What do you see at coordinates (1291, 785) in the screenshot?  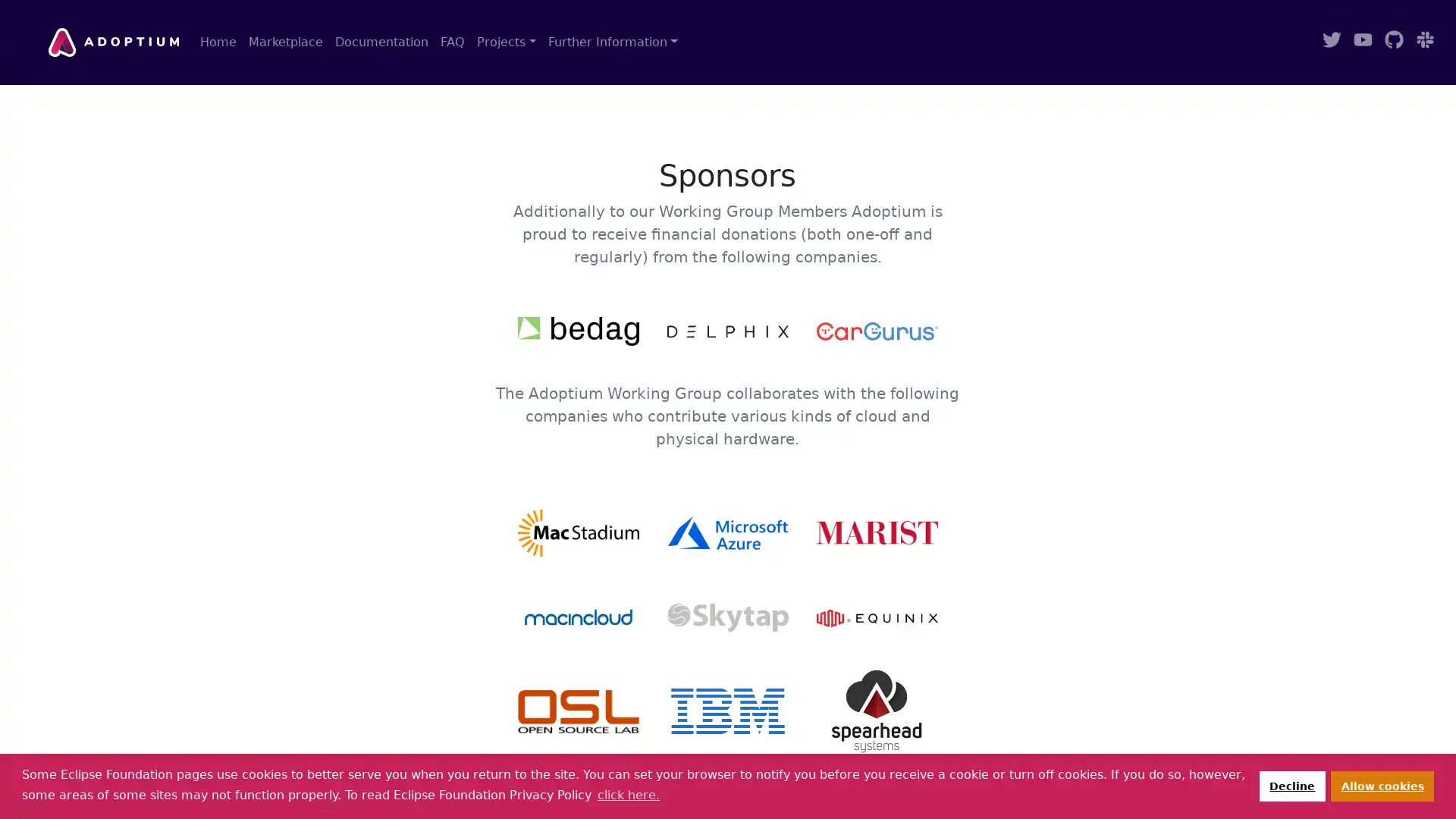 I see `deny cookies` at bounding box center [1291, 785].